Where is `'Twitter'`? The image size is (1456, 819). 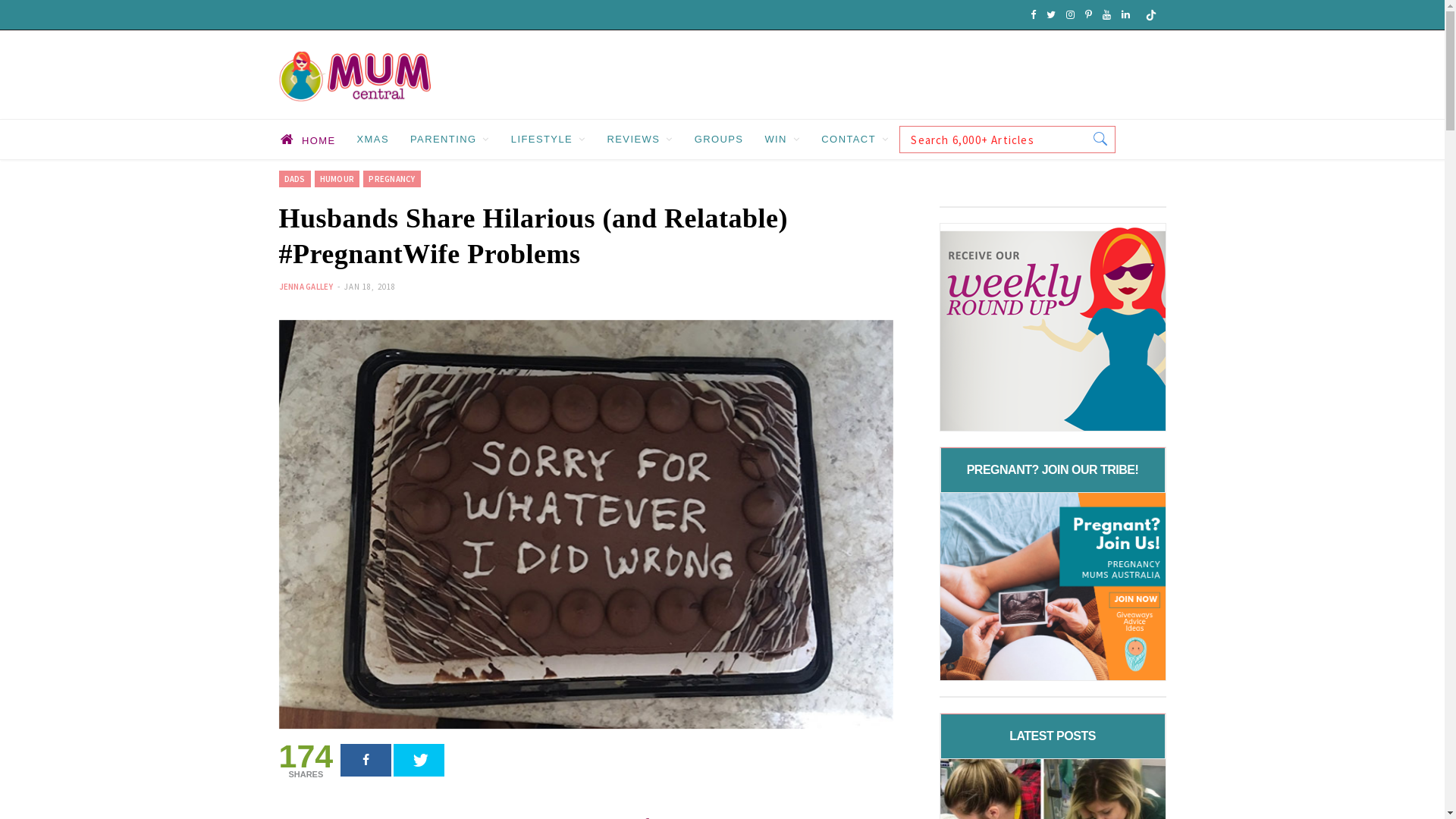 'Twitter' is located at coordinates (419, 760).